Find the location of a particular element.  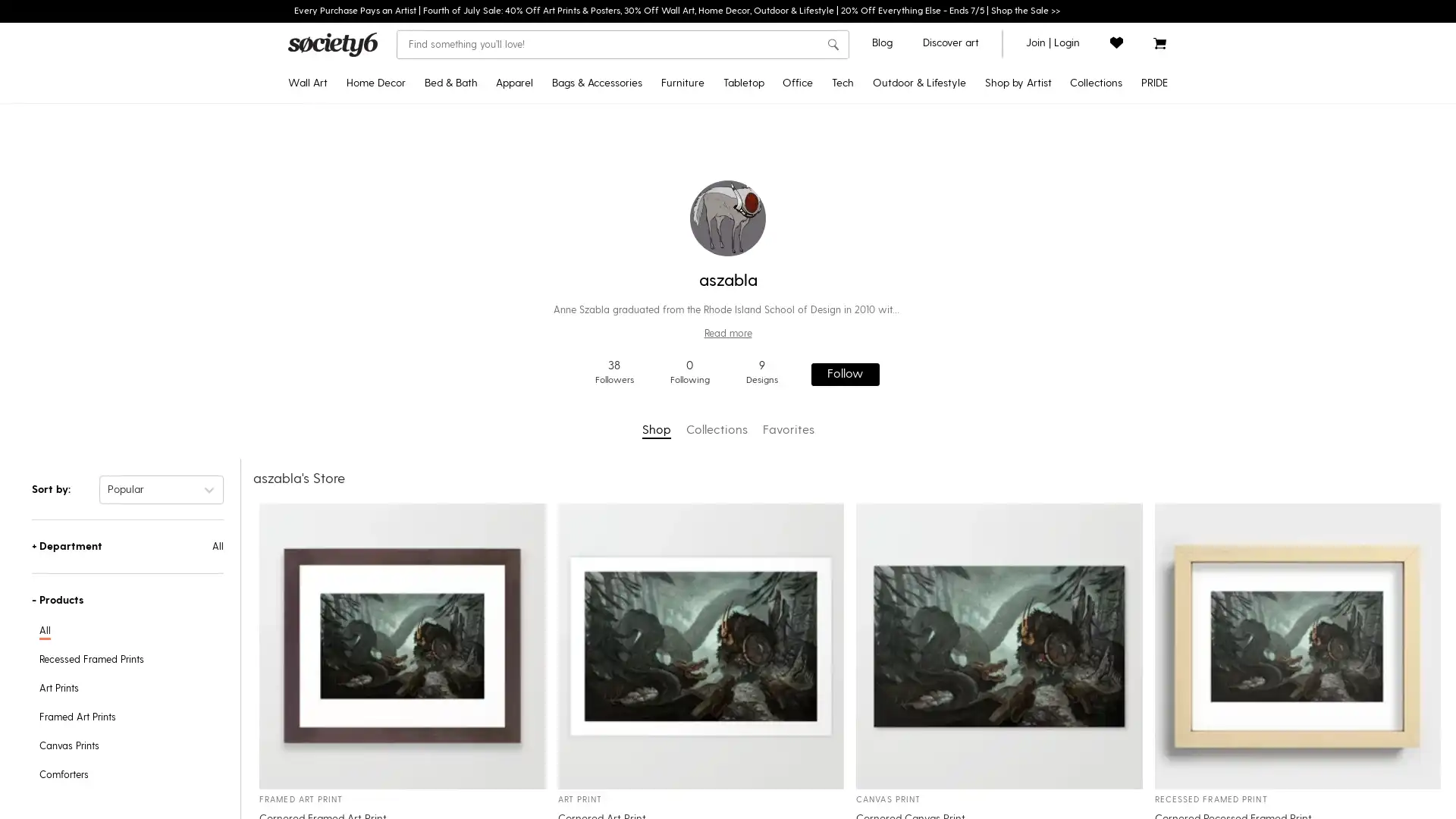

Throw Blankets is located at coordinates (404, 219).